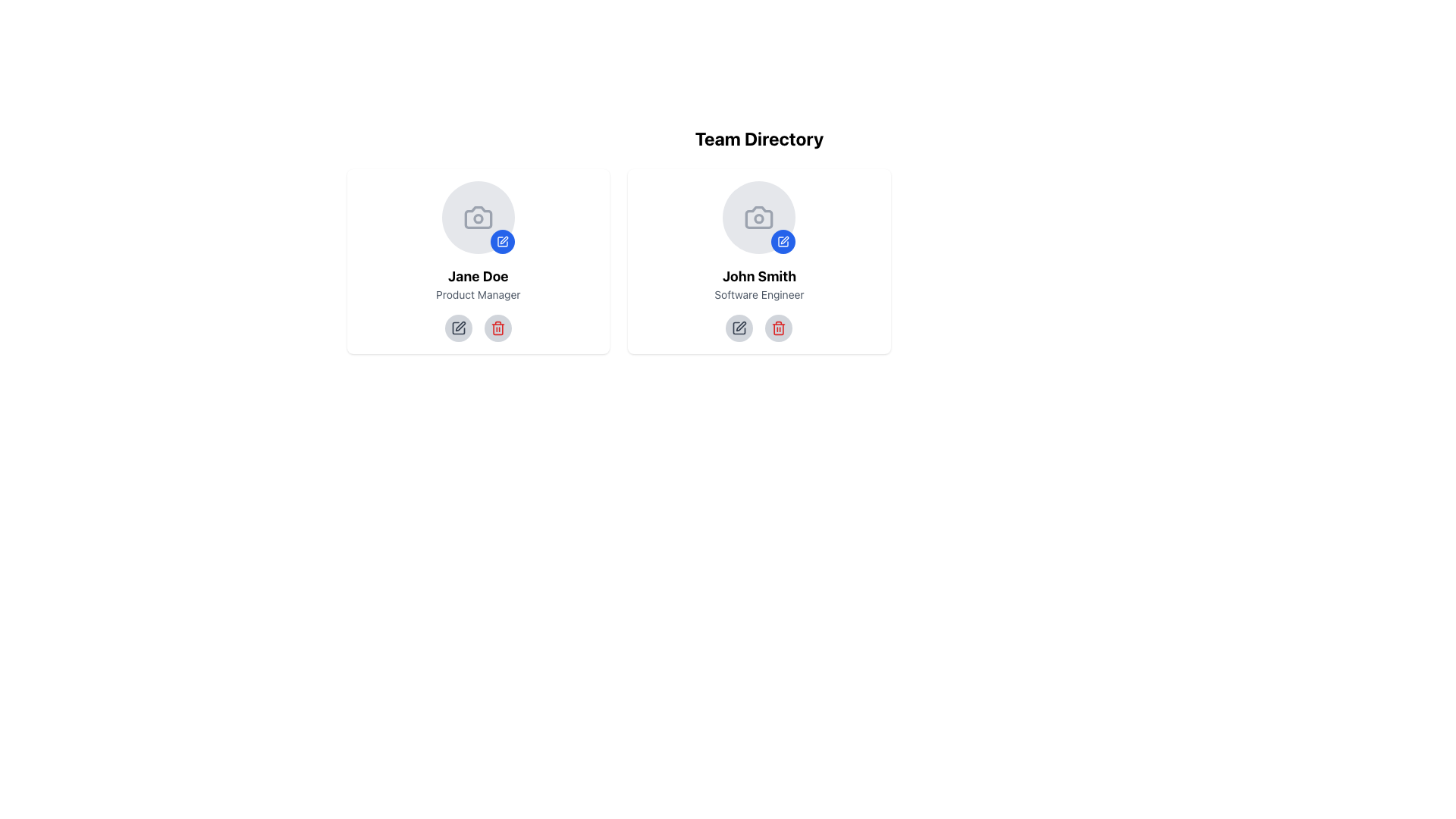 The height and width of the screenshot is (819, 1456). I want to click on the decorative graphical component representing the lens part of the camera icon for John Smith's profile image update functionality located in the Team Directory card, so click(759, 218).